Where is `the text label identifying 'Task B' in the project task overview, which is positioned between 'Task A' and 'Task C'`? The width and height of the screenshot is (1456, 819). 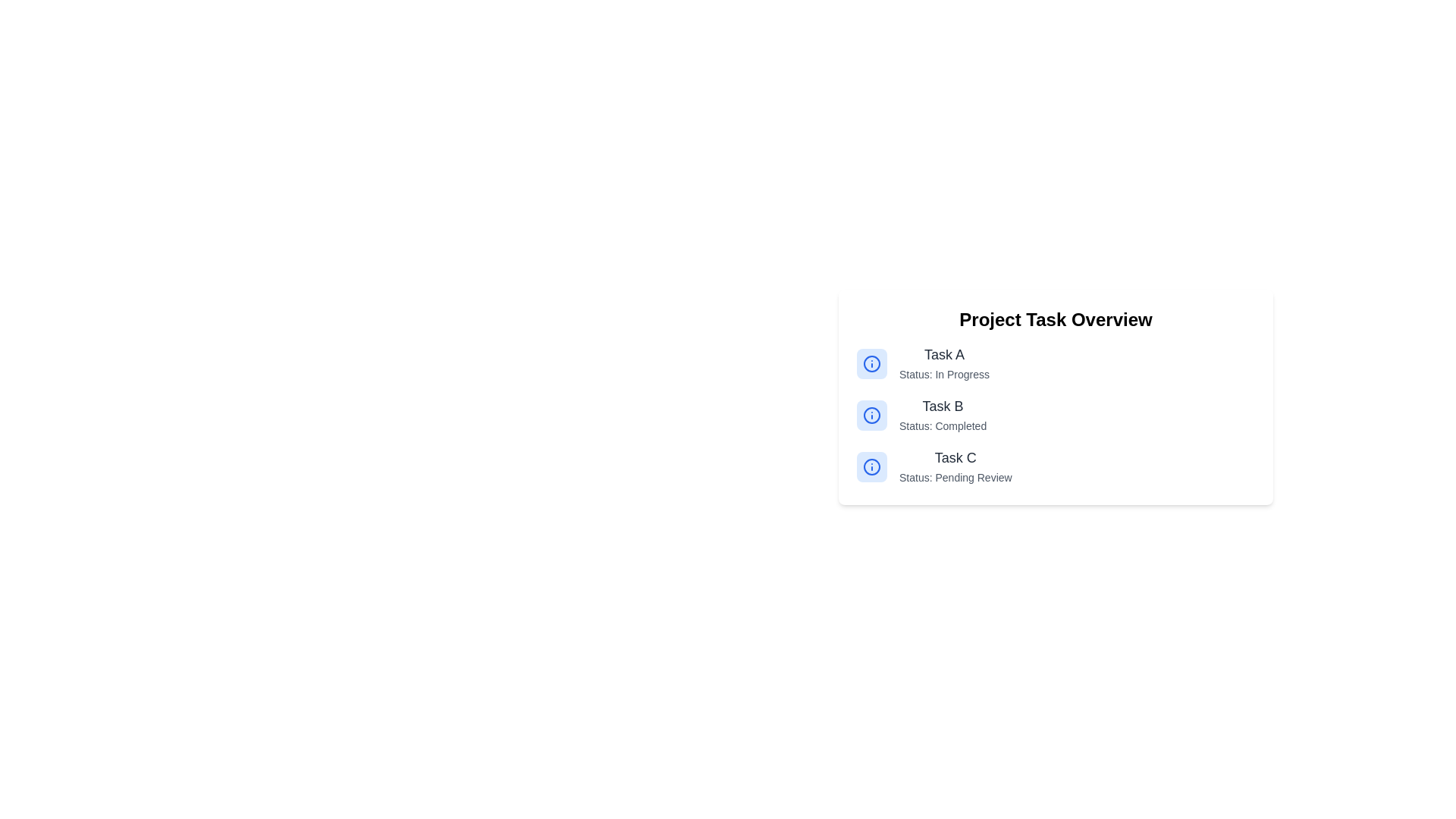
the text label identifying 'Task B' in the project task overview, which is positioned between 'Task A' and 'Task C' is located at coordinates (942, 406).